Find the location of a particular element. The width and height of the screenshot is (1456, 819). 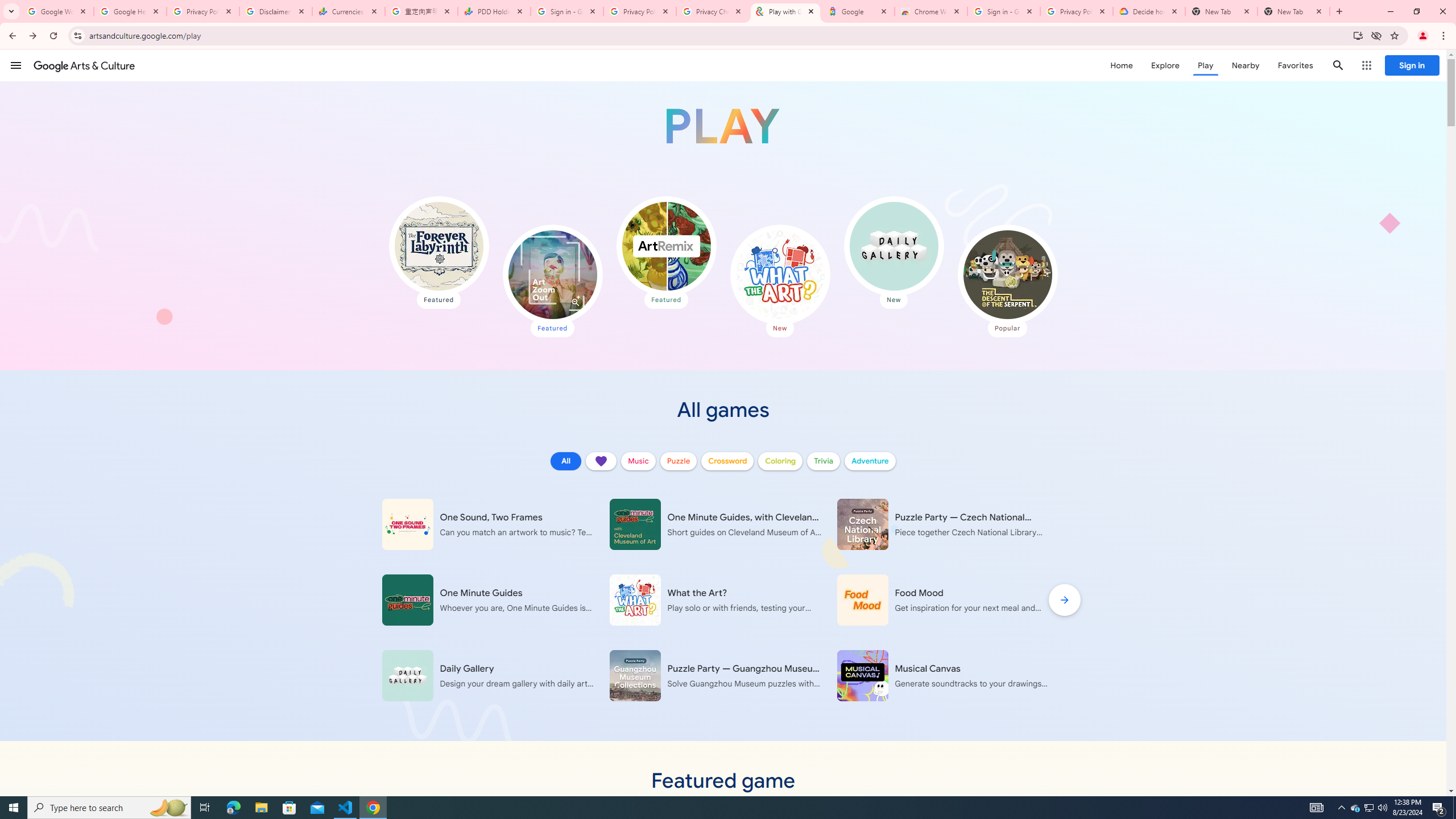

'Sign in - Google Accounts' is located at coordinates (1004, 11).